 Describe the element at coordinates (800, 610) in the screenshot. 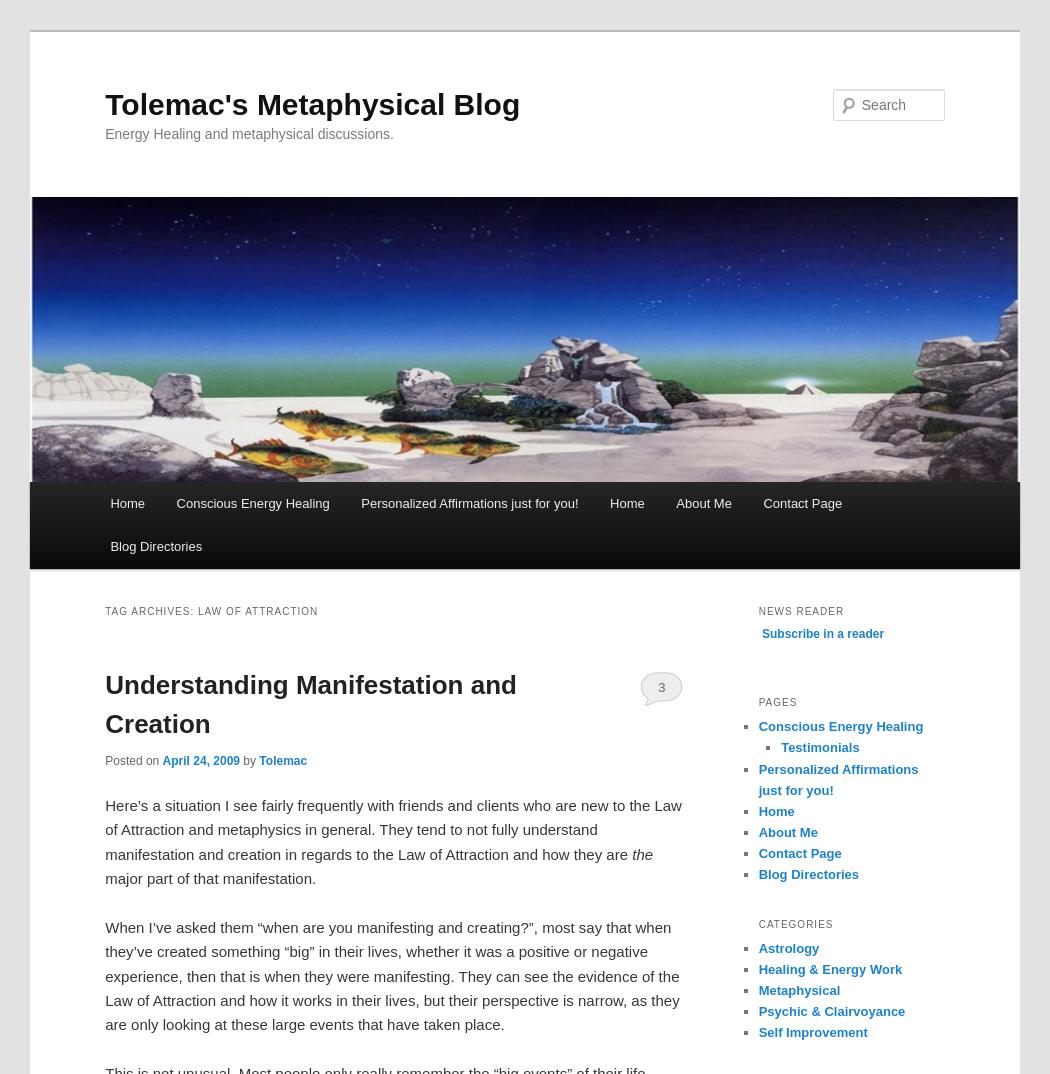

I see `'news reader'` at that location.